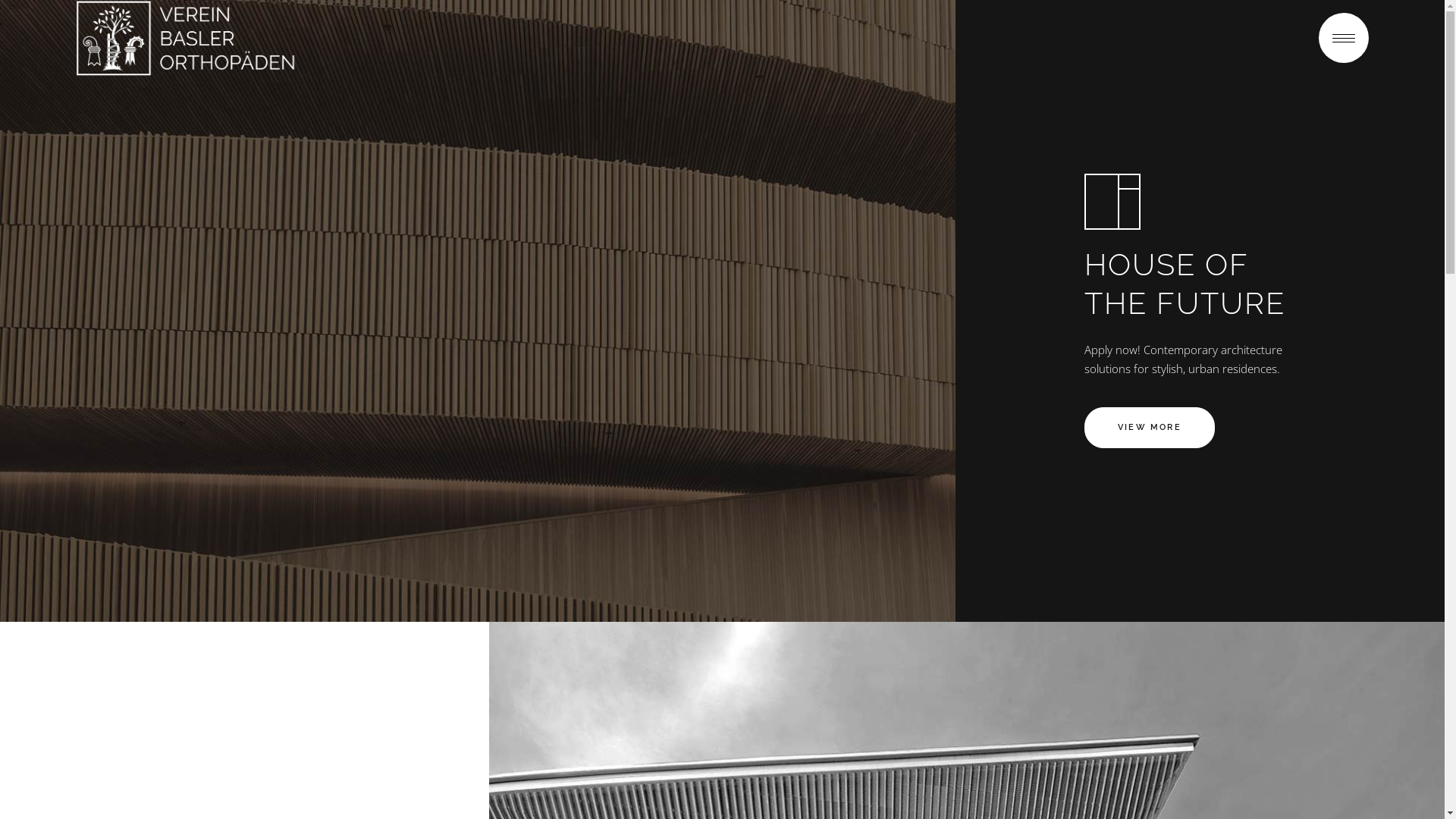 The image size is (1456, 819). Describe the element at coordinates (1150, 427) in the screenshot. I see `'VIEW MORE'` at that location.